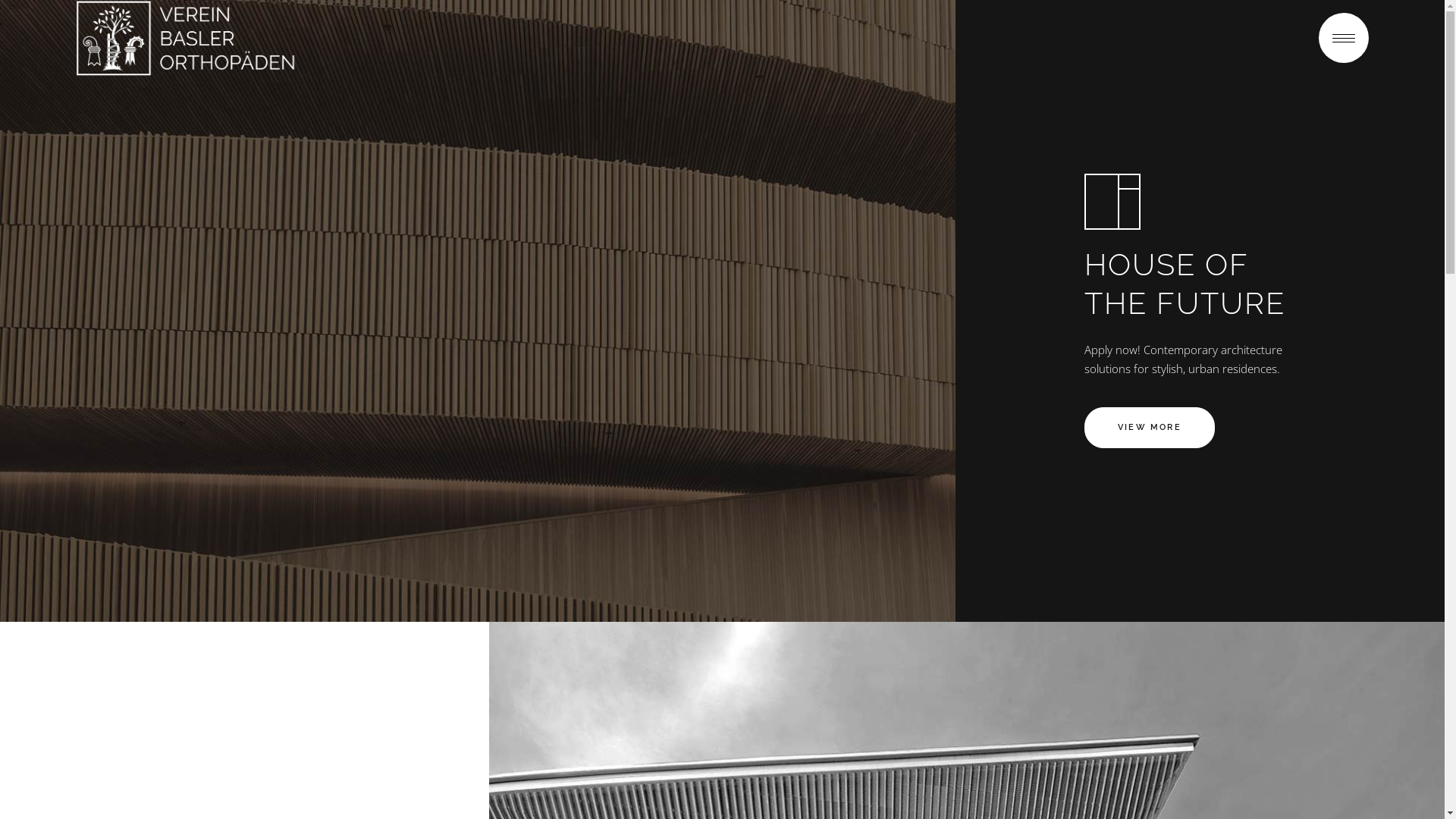 The image size is (1456, 819). Describe the element at coordinates (1150, 427) in the screenshot. I see `'VIEW MORE'` at that location.